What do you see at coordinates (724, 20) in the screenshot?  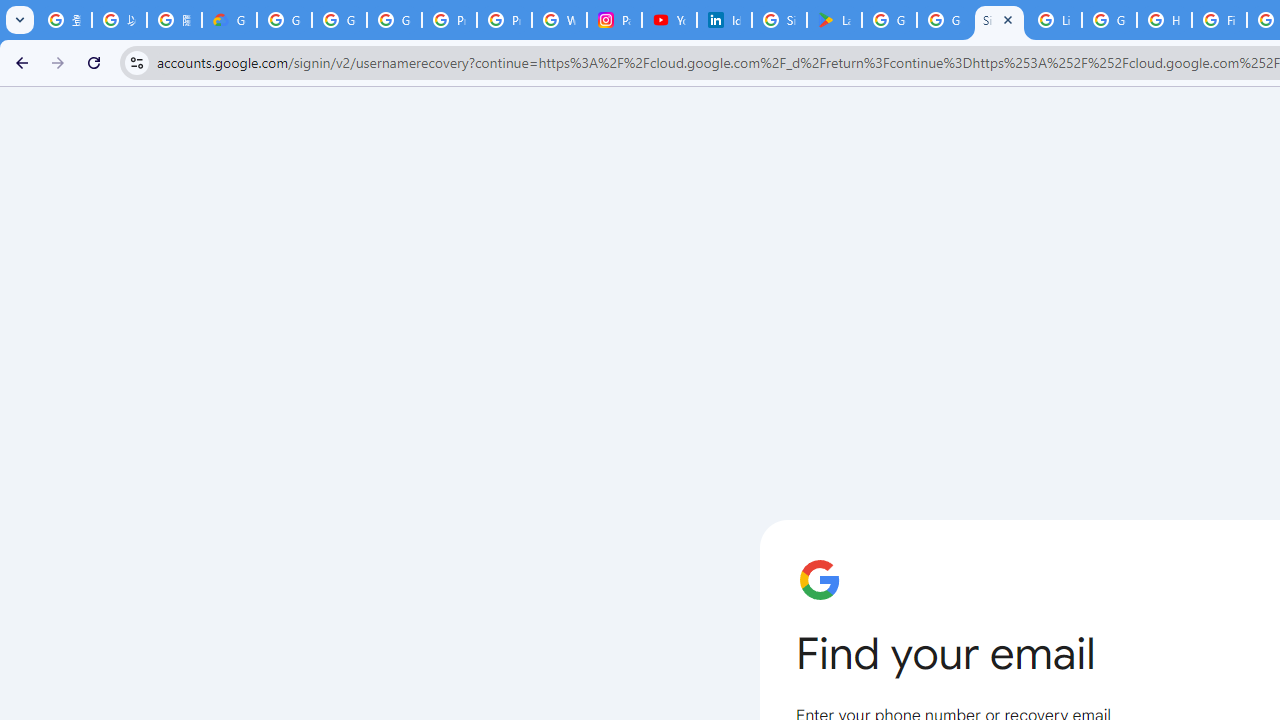 I see `'Identity verification via Persona | LinkedIn Help'` at bounding box center [724, 20].